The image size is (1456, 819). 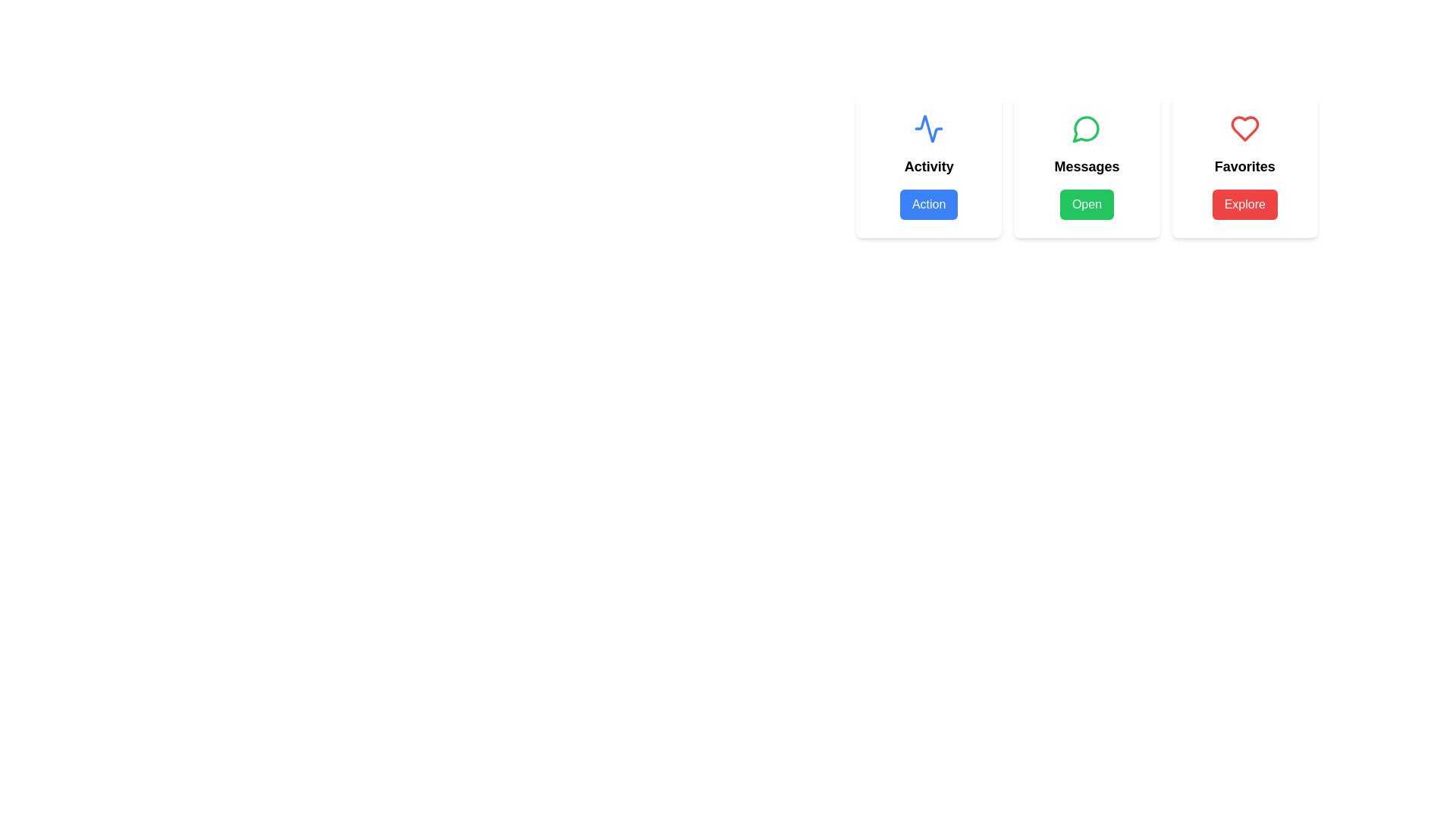 What do you see at coordinates (928, 127) in the screenshot?
I see `the wave icon representing the 'Activity' section, which is located at the top of the card labeled 'Action'` at bounding box center [928, 127].